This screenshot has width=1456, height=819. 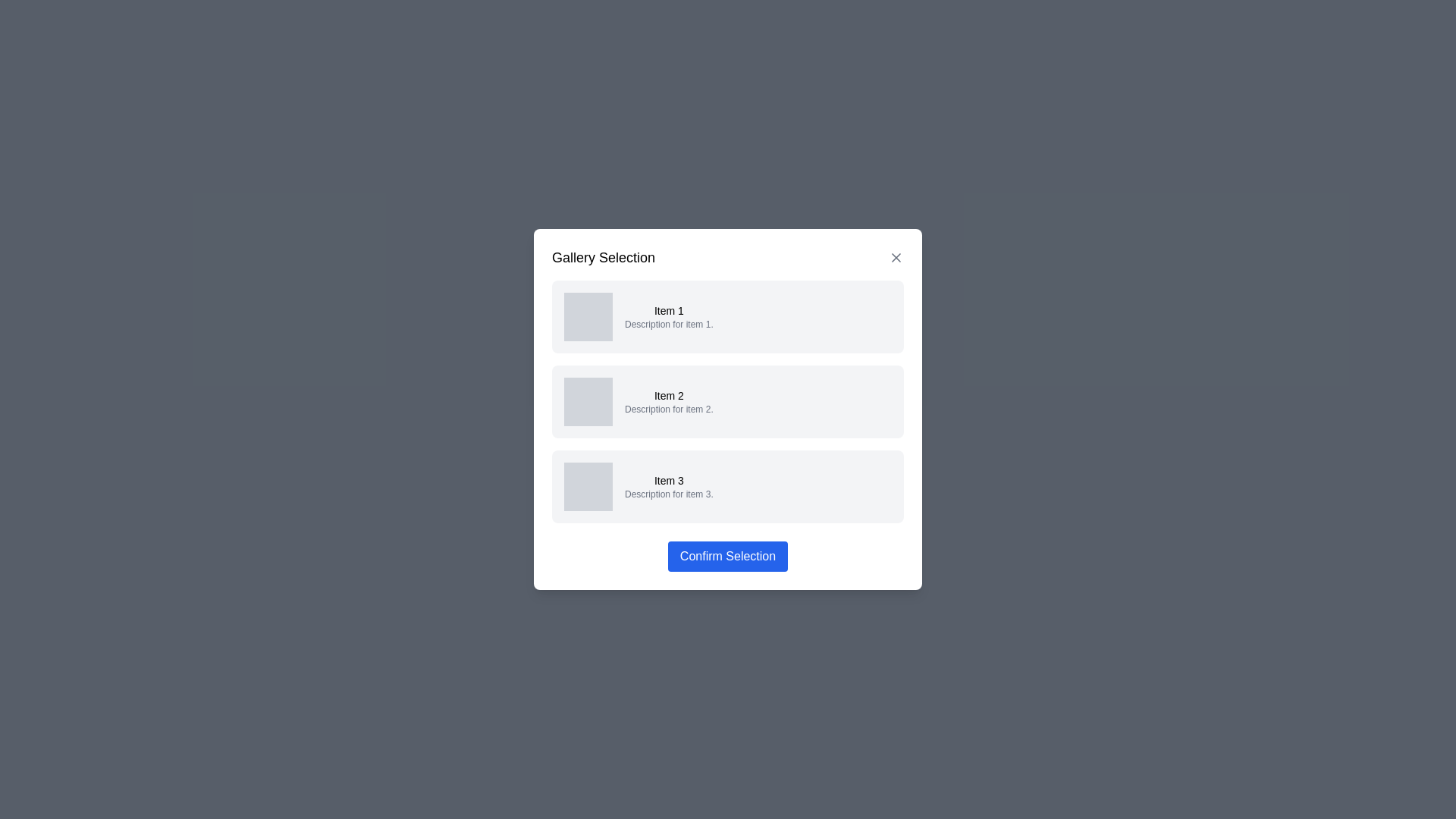 I want to click on the first list item in the 'Gallery Selection' modal, which has a gray background, rounded corners, and contains the title 'Item 1' and description 'Description for item 1.', so click(x=728, y=315).